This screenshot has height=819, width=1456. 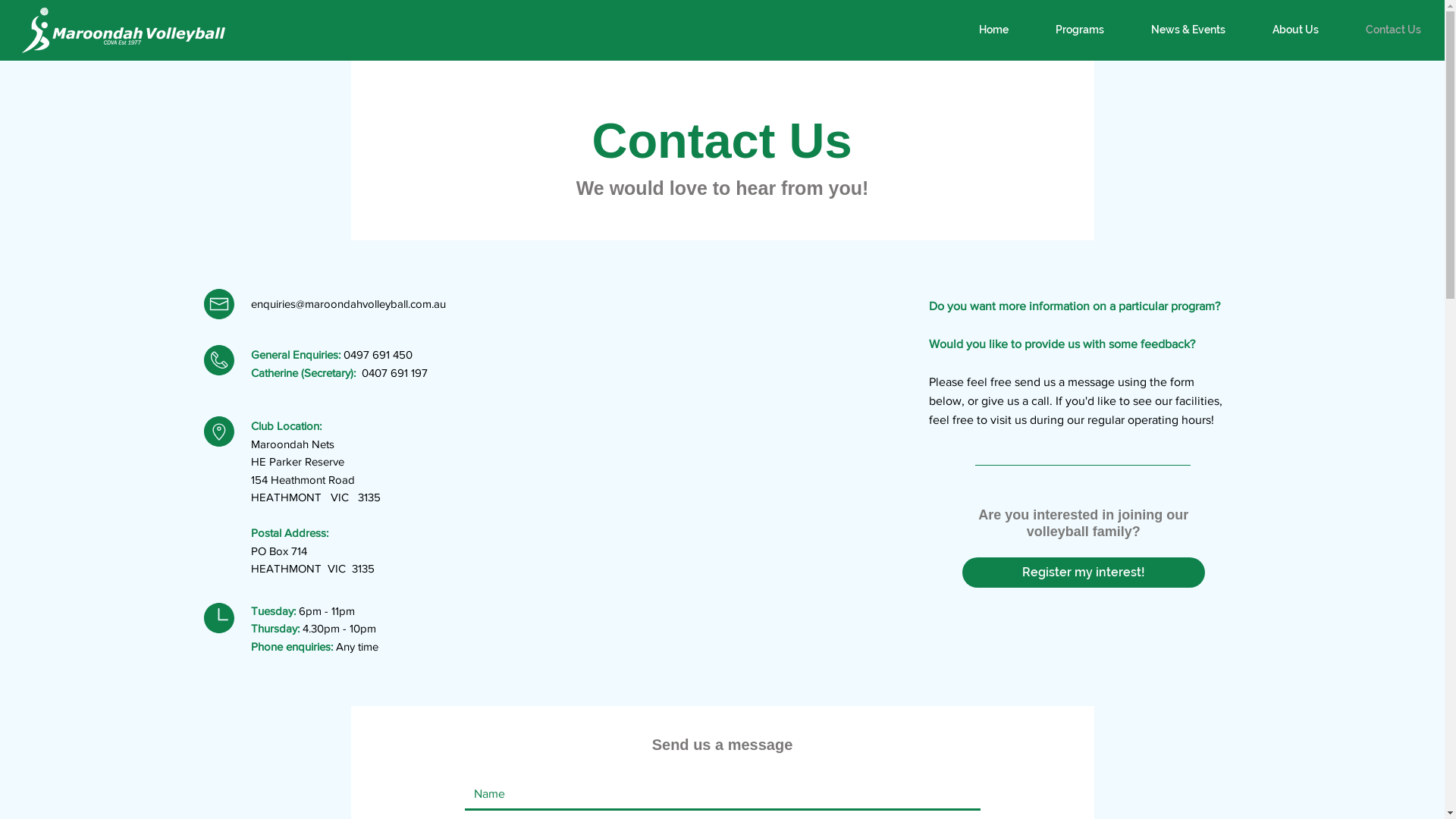 I want to click on 'Contact Us', so click(x=1393, y=30).